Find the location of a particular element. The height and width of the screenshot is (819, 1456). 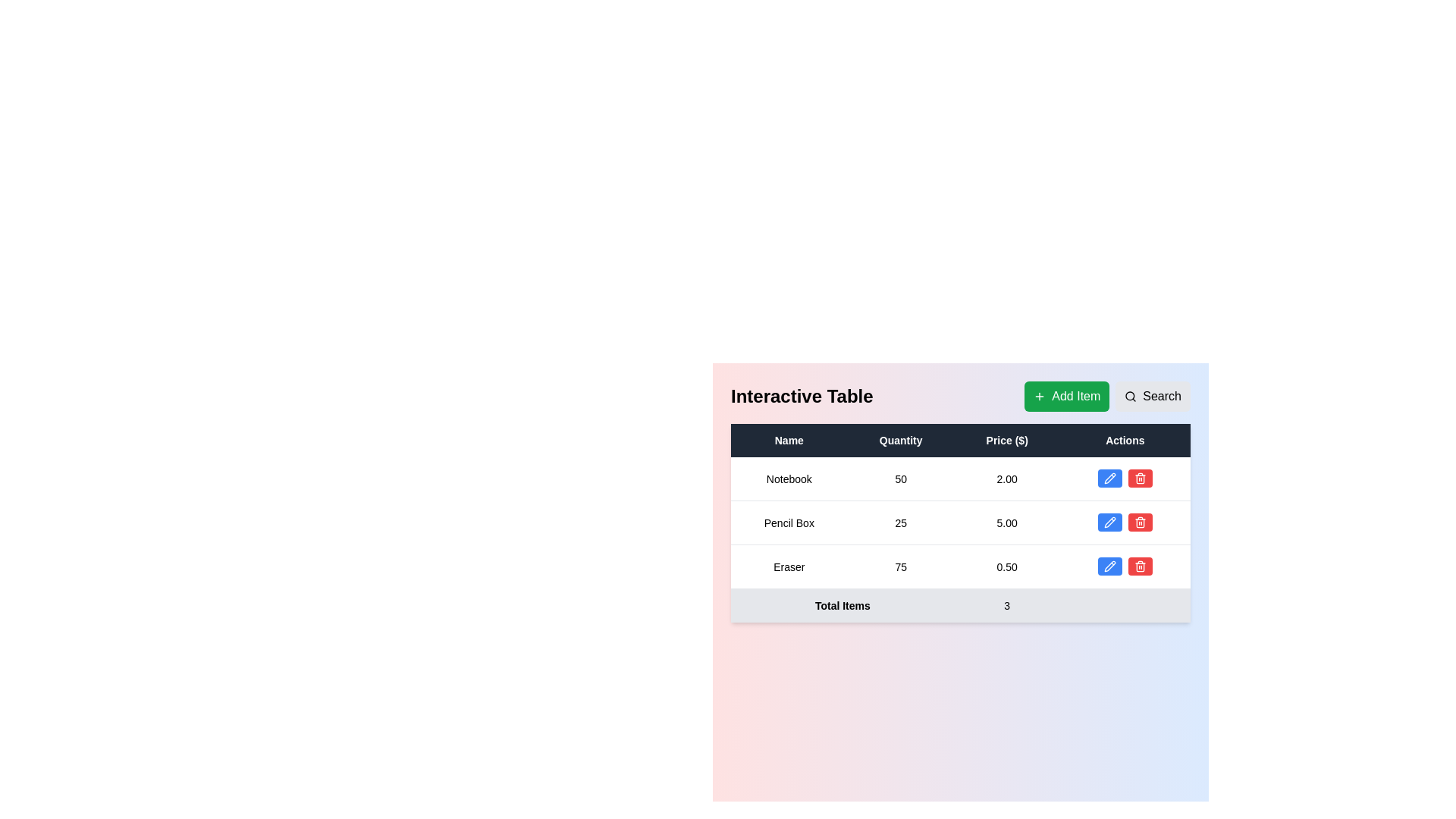

the pencil button in the actions column of the second row for the item 'Pencil Box' is located at coordinates (1125, 522).